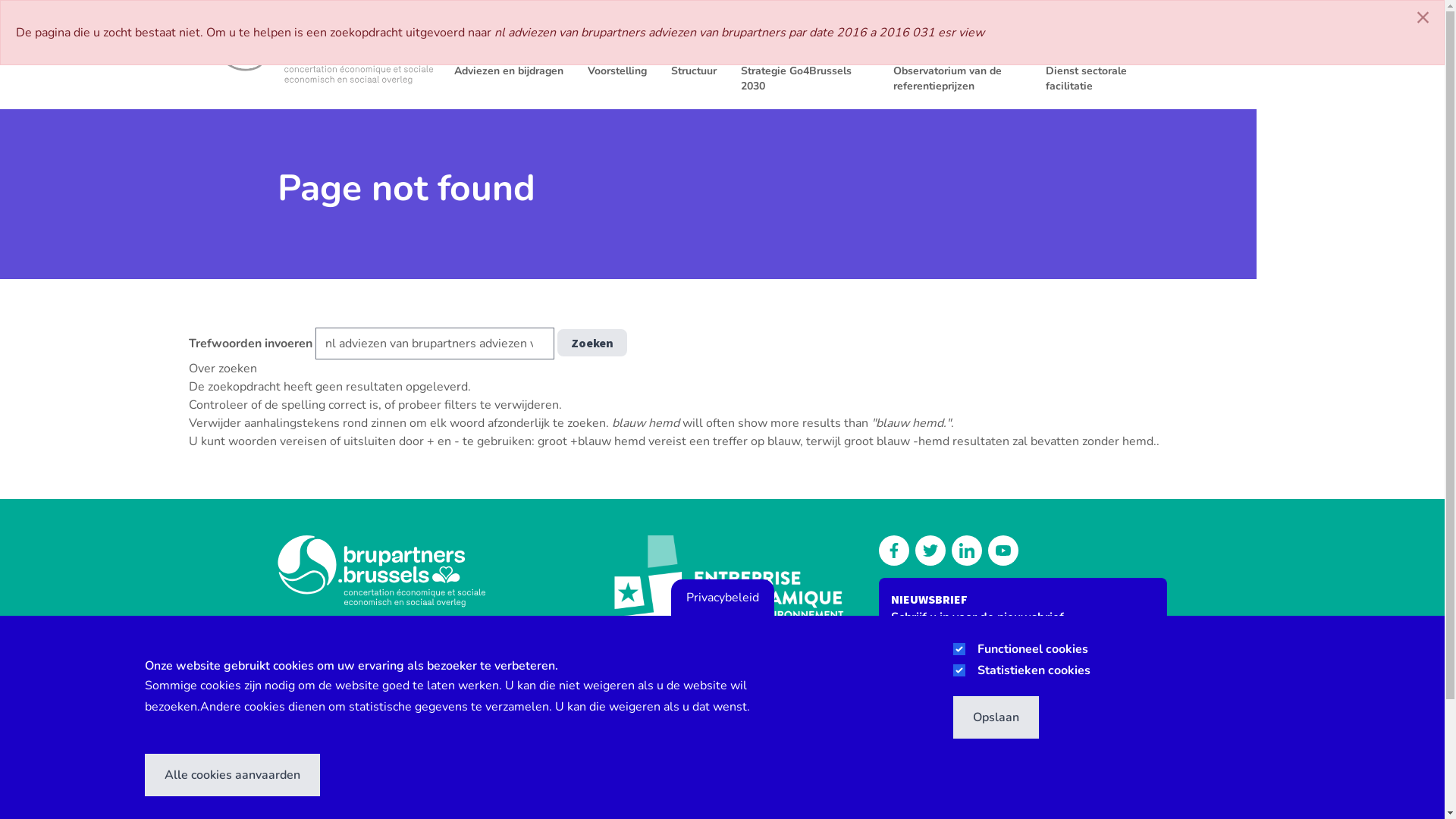 This screenshot has height=819, width=1456. I want to click on 'Voorstelling', so click(585, 70).